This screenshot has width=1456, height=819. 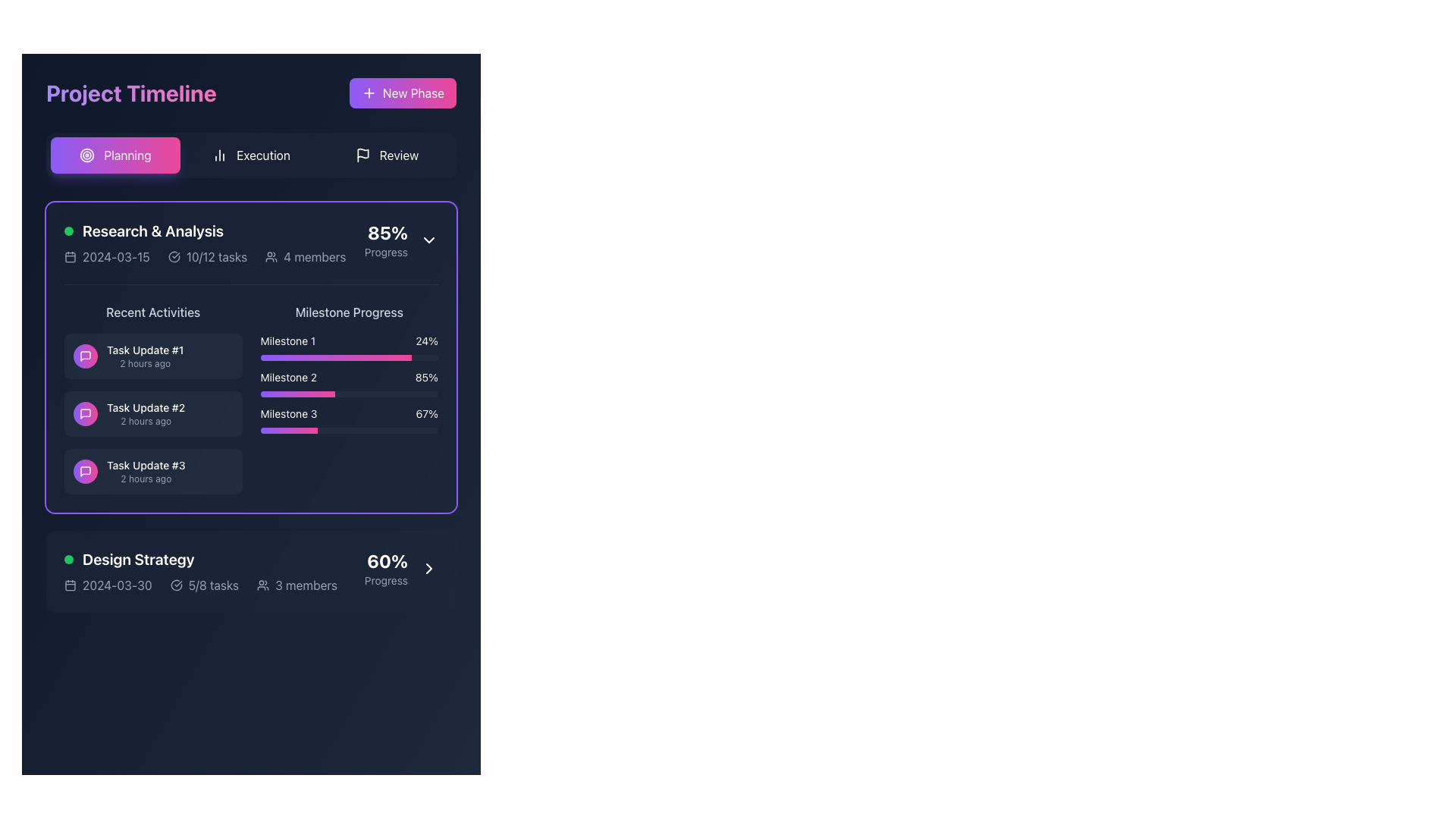 I want to click on the calendar icon located in the 'Design Strategy' section, positioned to the immediate left of the date text '2024-03-30', so click(x=69, y=584).